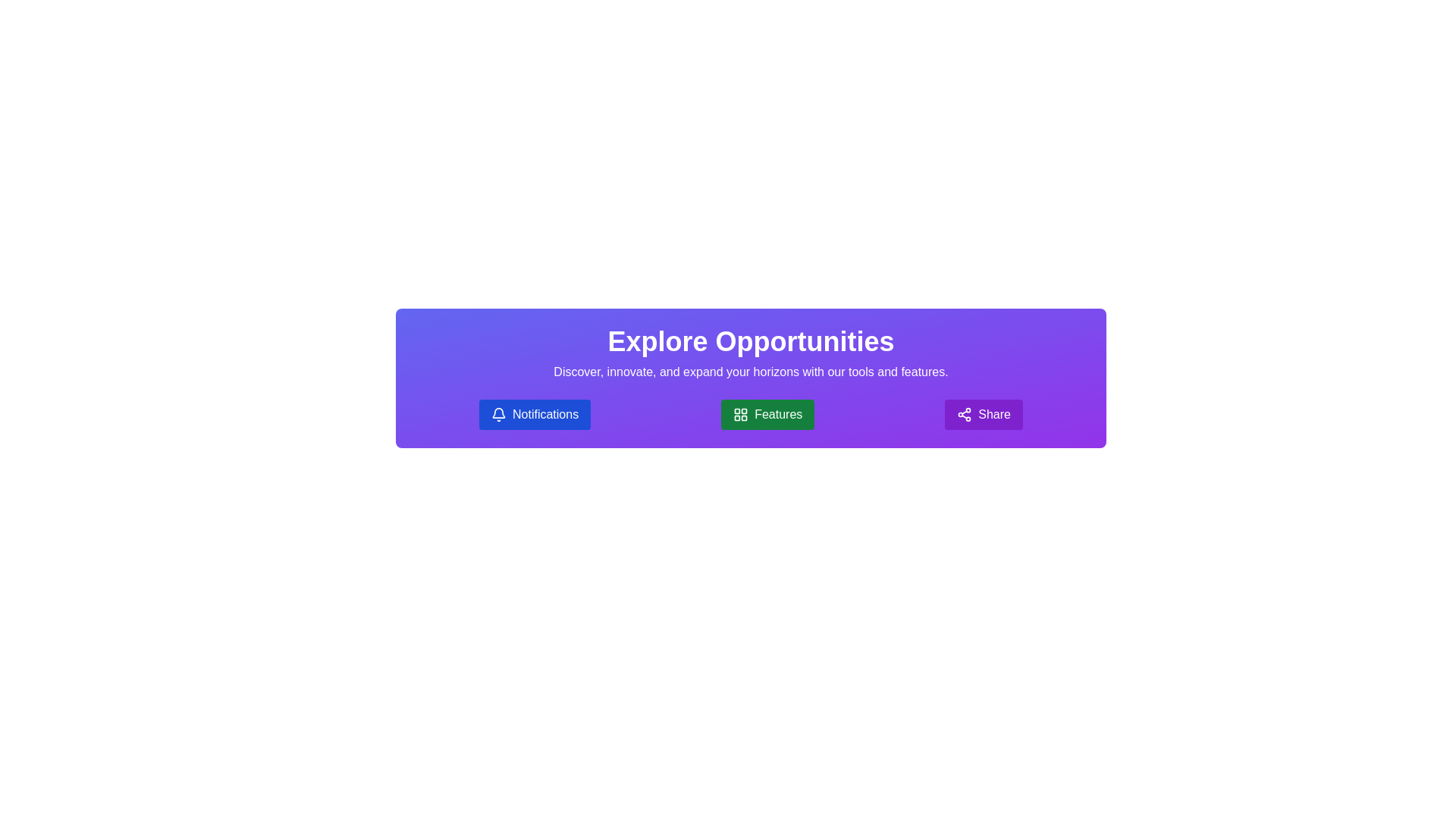 This screenshot has height=819, width=1456. Describe the element at coordinates (767, 415) in the screenshot. I see `the 'Features' button, which is a horizontally rectangular button with rounded corners on a green background, containing white text and a grid icon` at that location.